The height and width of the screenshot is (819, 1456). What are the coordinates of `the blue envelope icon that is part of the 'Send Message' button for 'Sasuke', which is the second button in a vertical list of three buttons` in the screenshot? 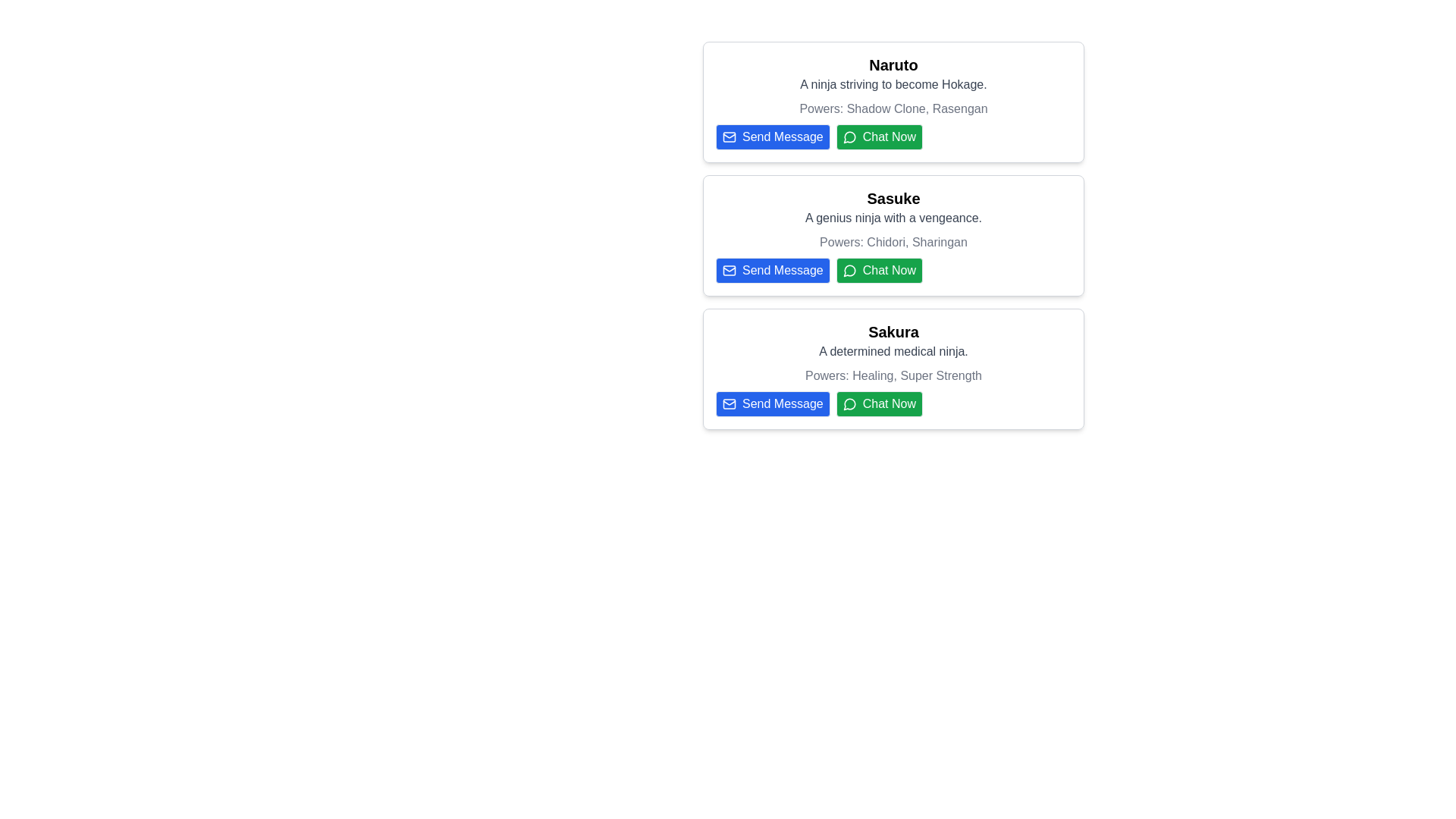 It's located at (729, 270).